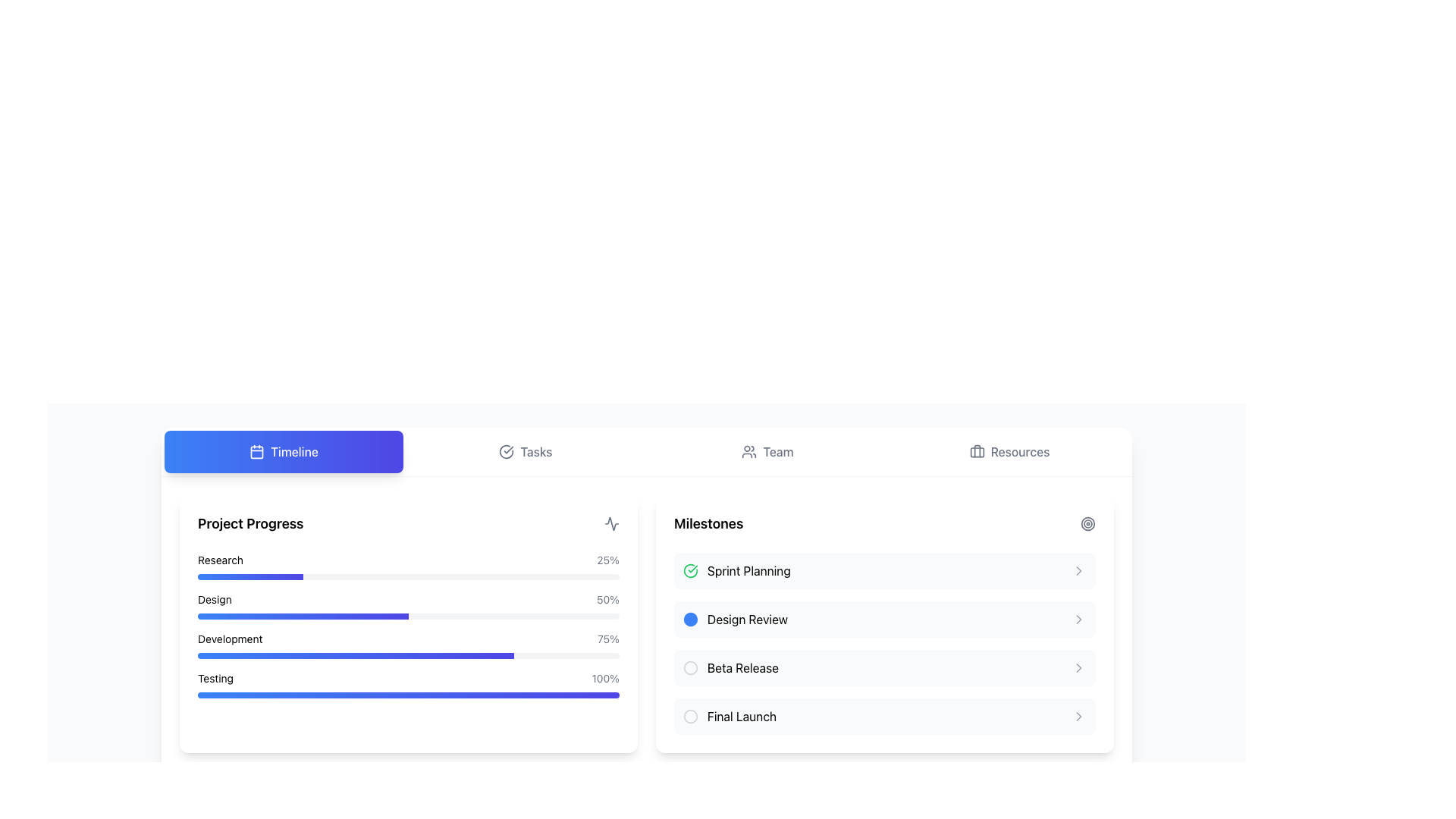 The image size is (1456, 819). Describe the element at coordinates (250, 576) in the screenshot. I see `the first segment of the progress bar under the 'Research' label in the 'Project Progress' section, which visually indicates a quarter completion of the task` at that location.